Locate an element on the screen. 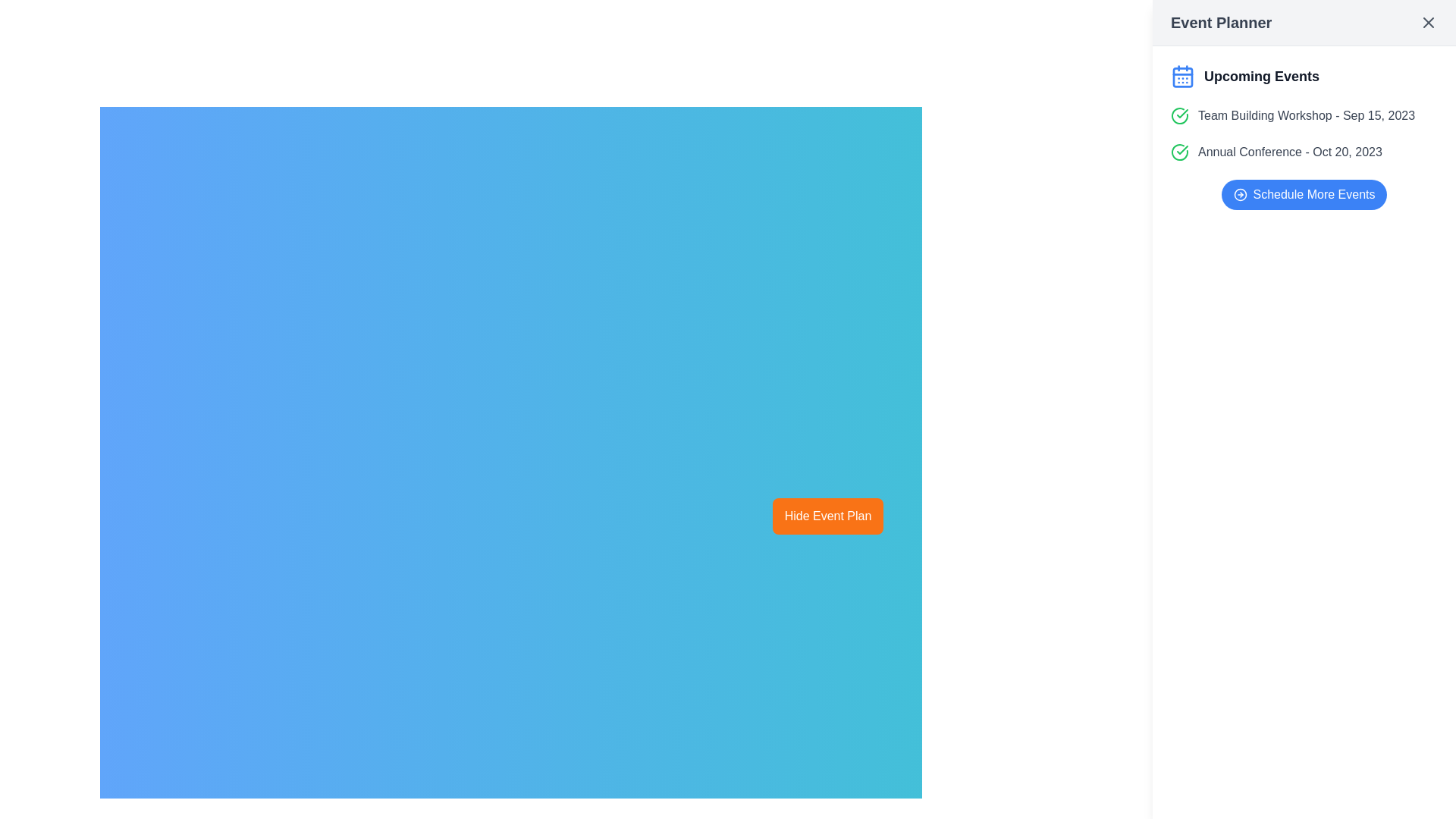 This screenshot has width=1456, height=819. the descriptive text label displaying 'Team Building Workshop - Sep 15, 2023', which is styled with a gray font and located in the Upcoming Events list in the Event Planner sidebar is located at coordinates (1306, 115).